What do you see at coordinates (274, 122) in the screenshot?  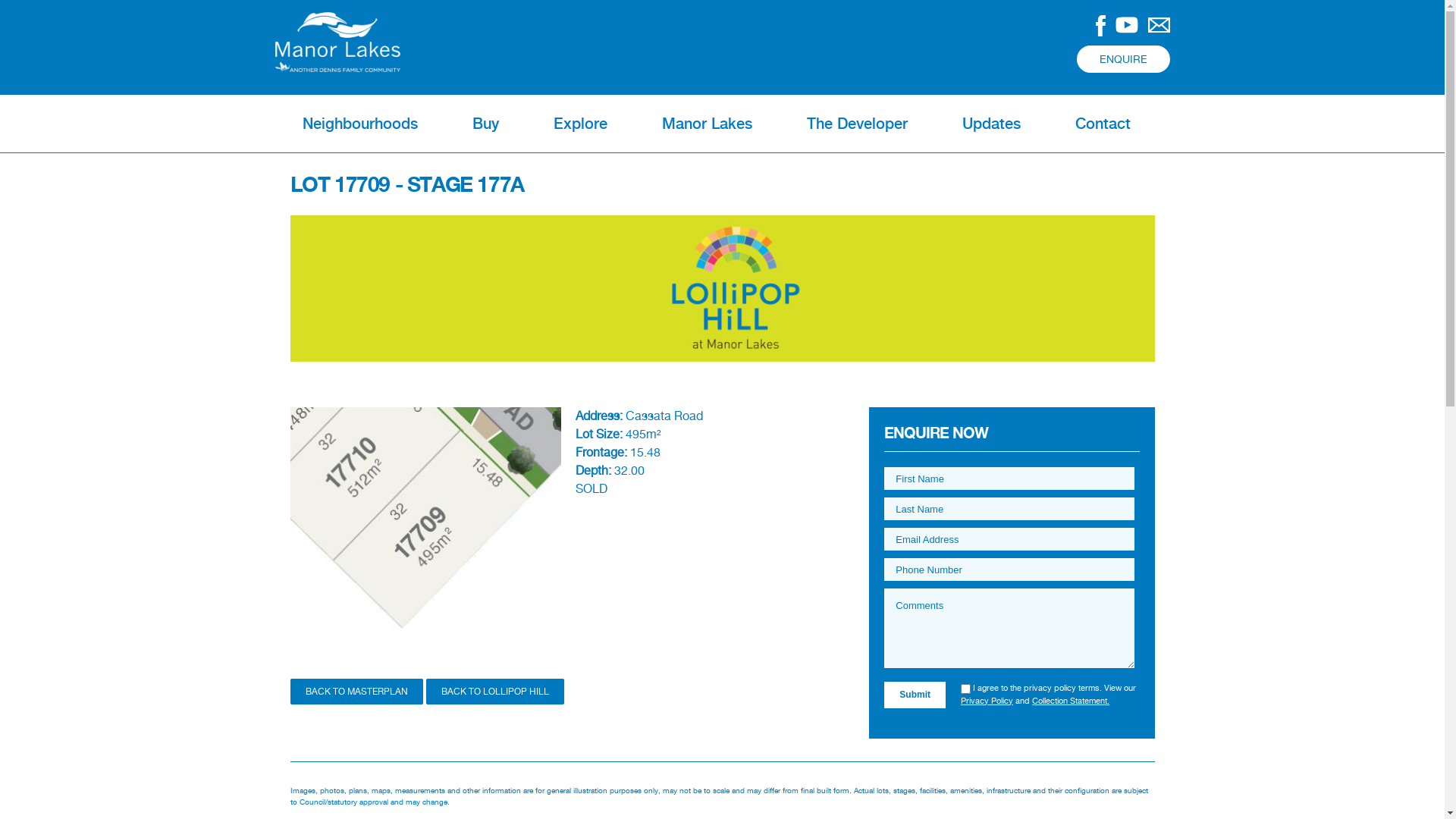 I see `'Neighbourhoods'` at bounding box center [274, 122].